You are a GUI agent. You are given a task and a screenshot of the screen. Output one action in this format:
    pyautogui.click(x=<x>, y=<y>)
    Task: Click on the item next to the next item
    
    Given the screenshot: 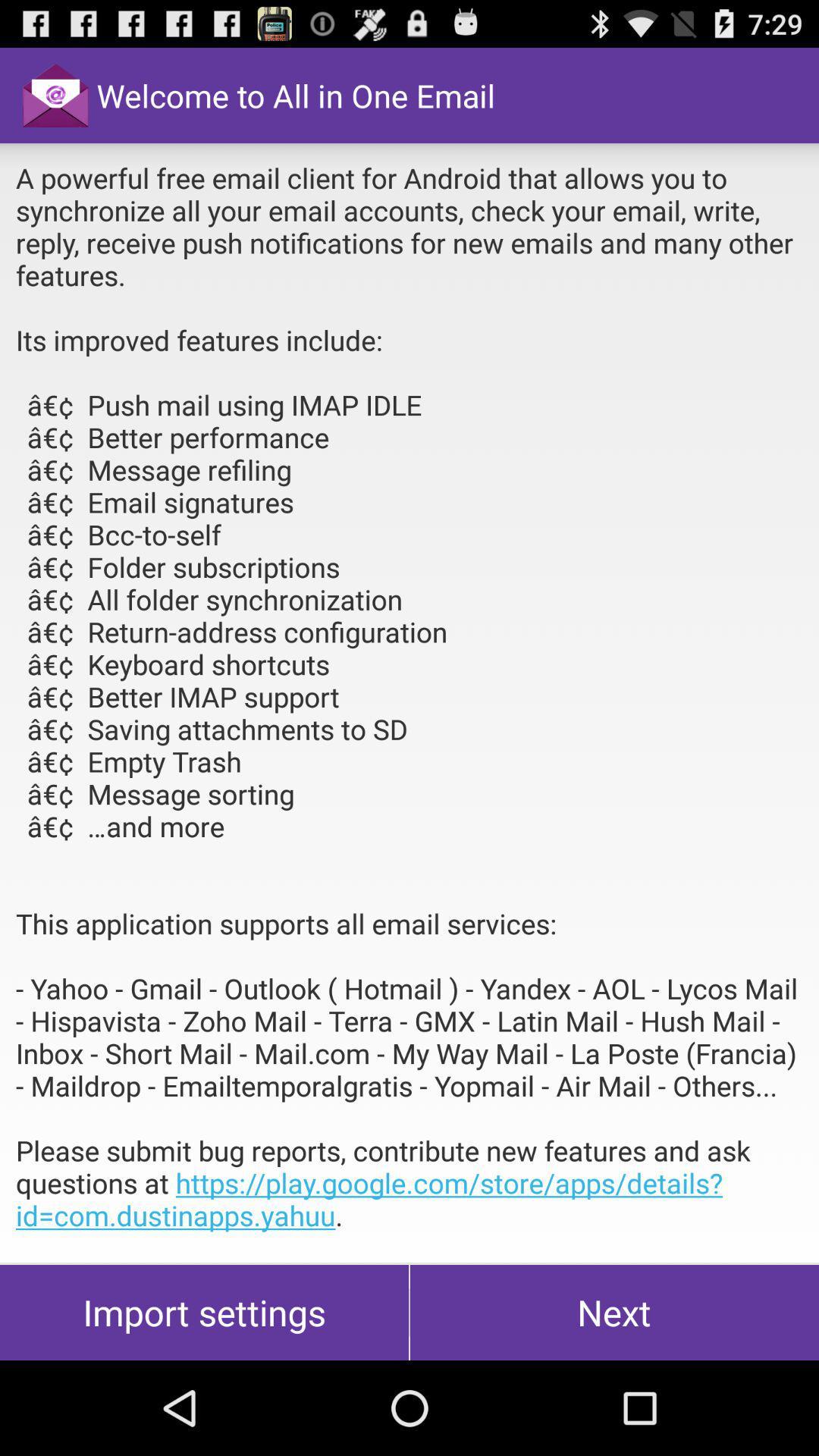 What is the action you would take?
    pyautogui.click(x=203, y=1312)
    